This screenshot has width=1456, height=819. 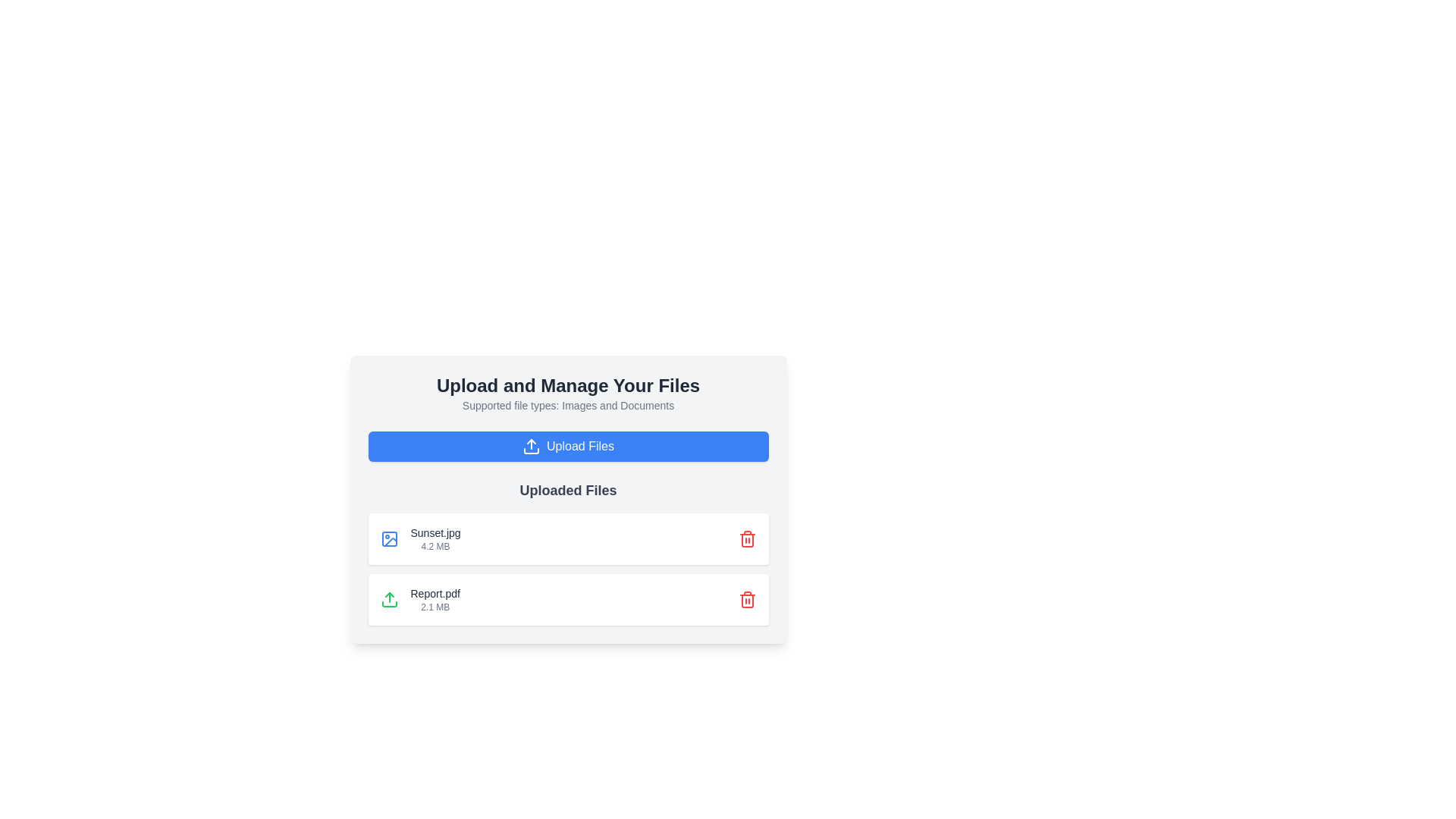 I want to click on the upload icon positioned to the left of the 'Upload Files' button, which is part of the 'Upload and Manage Your Files' section, so click(x=531, y=446).